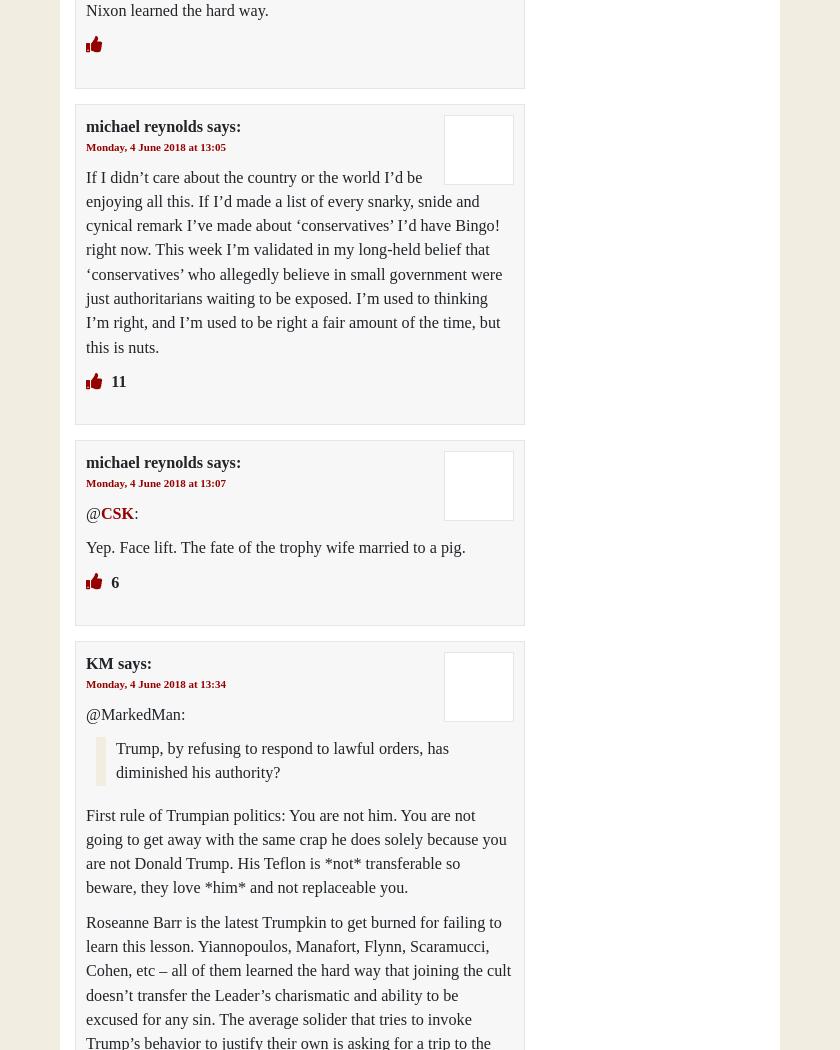 The width and height of the screenshot is (840, 1050). What do you see at coordinates (86, 683) in the screenshot?
I see `'Monday, 4 June 2018 at 13:34'` at bounding box center [86, 683].